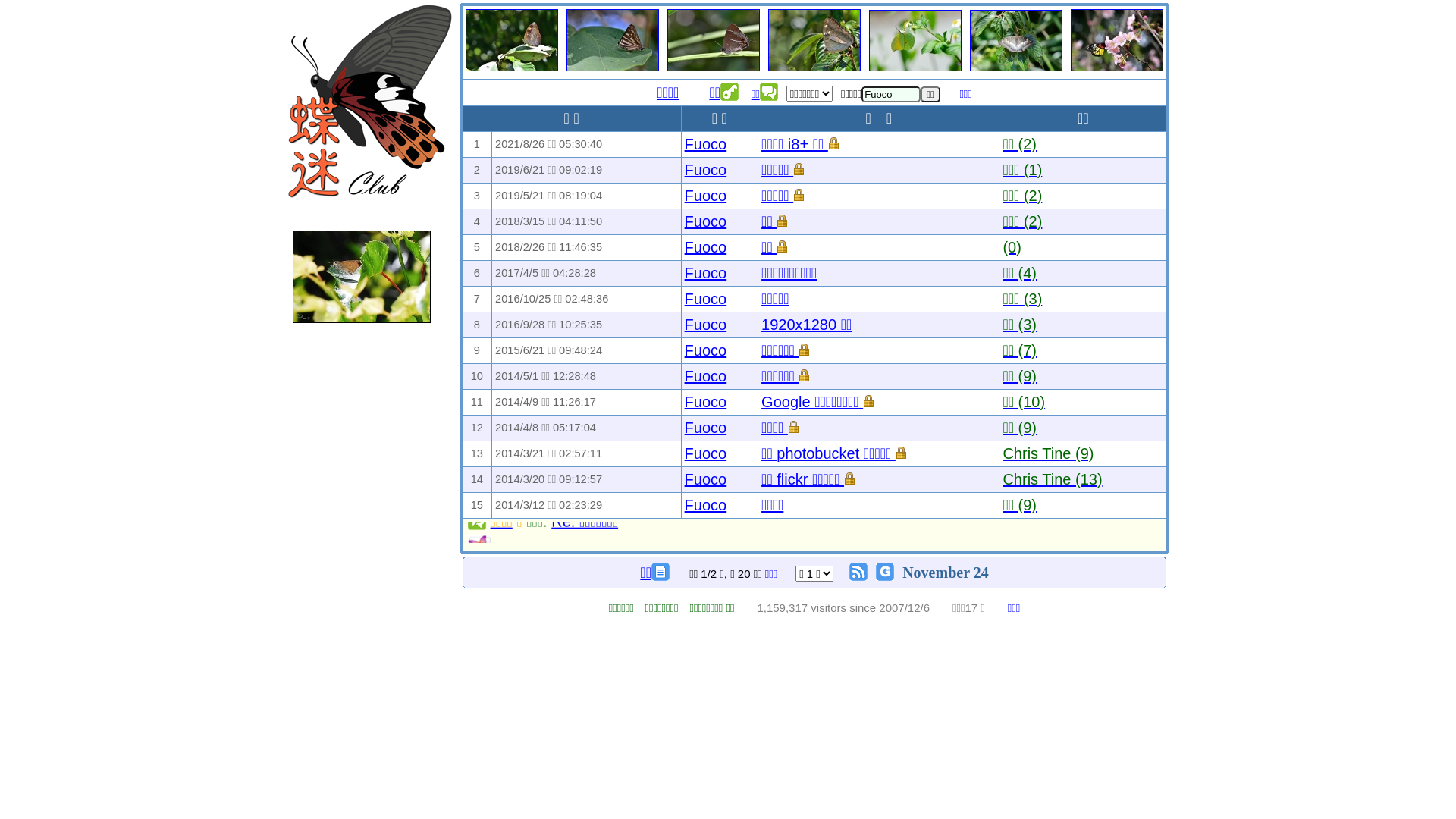 This screenshot has width=1456, height=819. Describe the element at coordinates (683, 143) in the screenshot. I see `'Fuoco'` at that location.